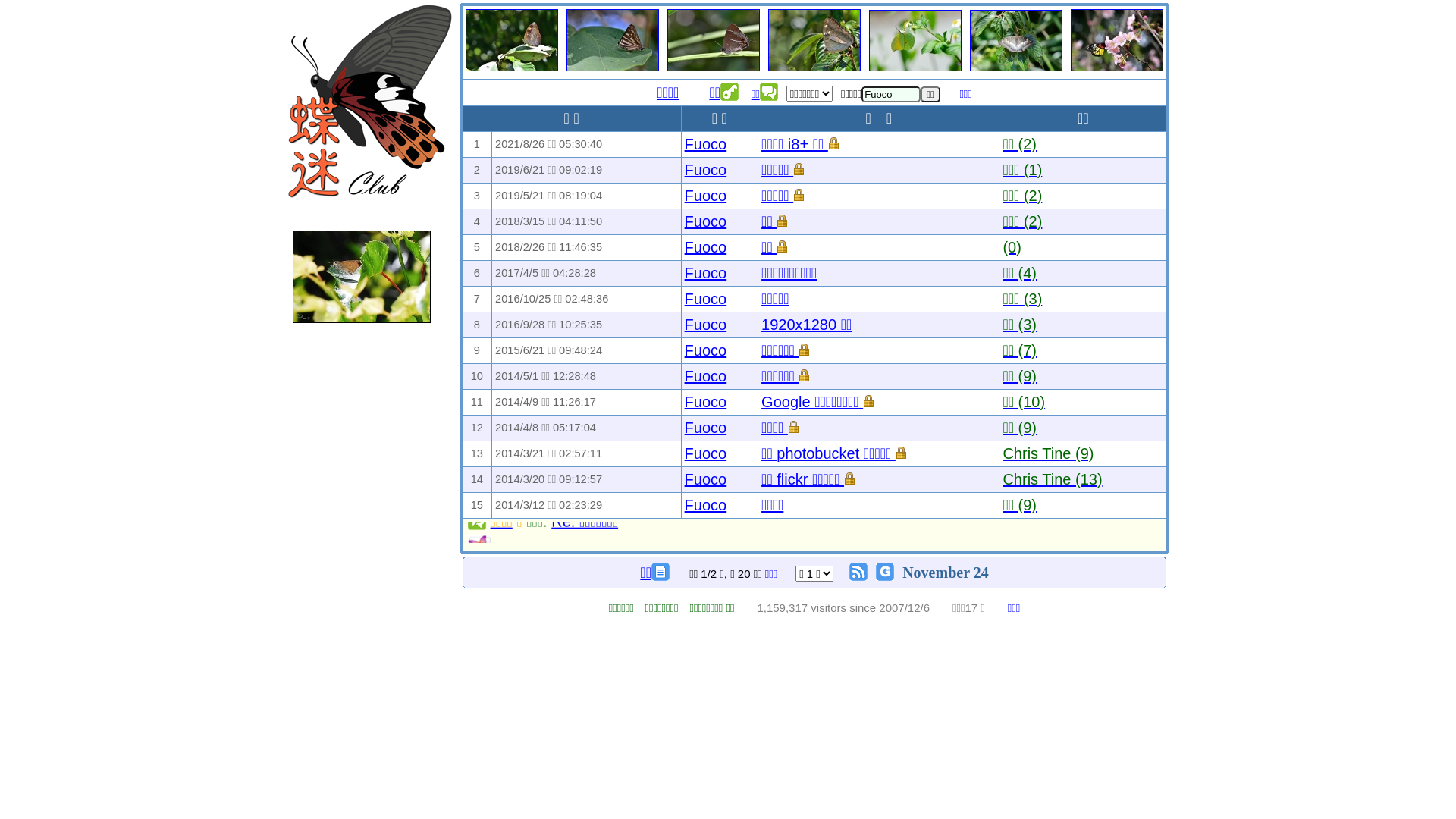 This screenshot has width=1456, height=819. Describe the element at coordinates (683, 143) in the screenshot. I see `'Fuoco'` at that location.